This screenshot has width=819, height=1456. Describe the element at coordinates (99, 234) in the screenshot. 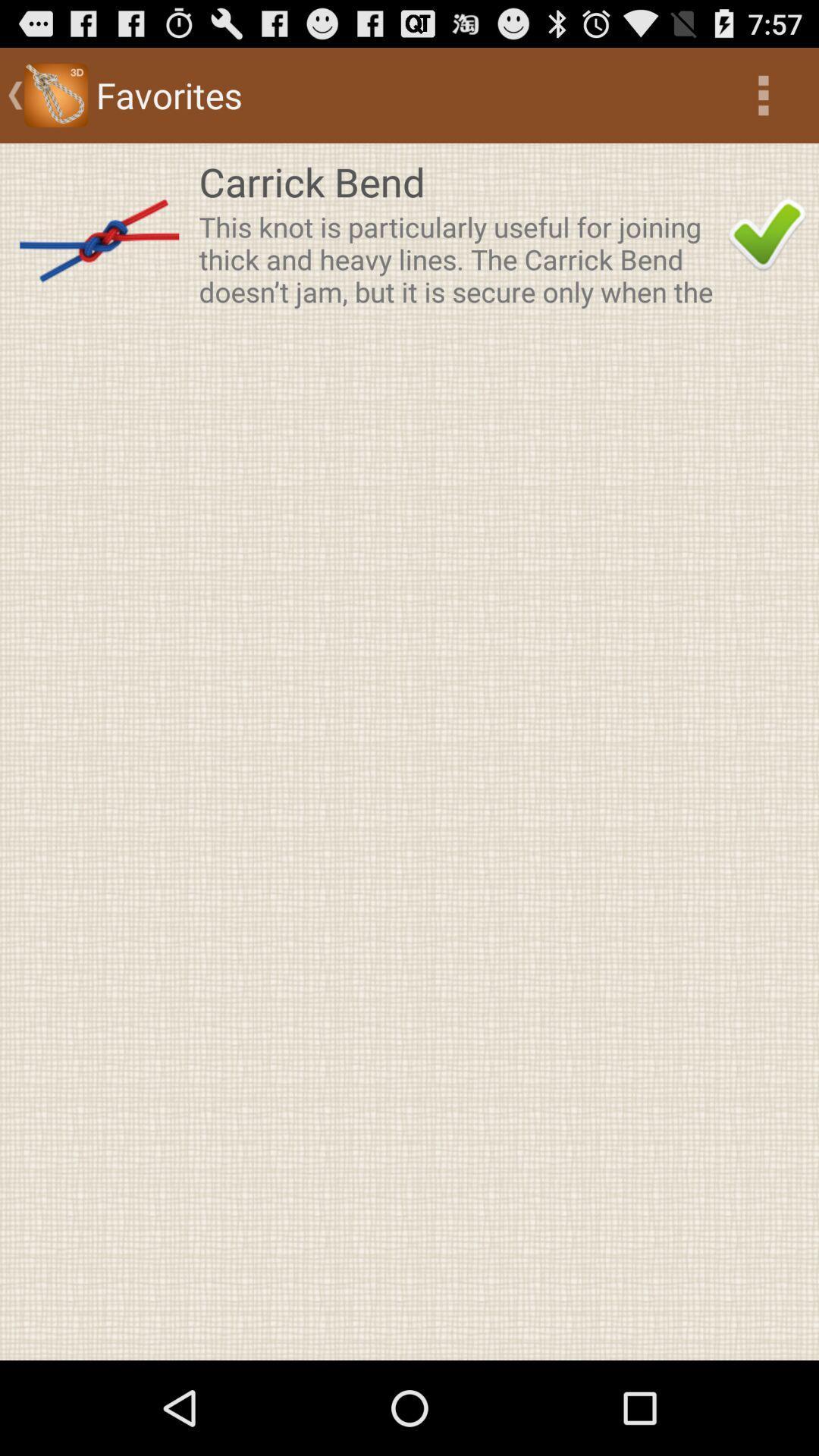

I see `icon to the left of the carrick bend icon` at that location.